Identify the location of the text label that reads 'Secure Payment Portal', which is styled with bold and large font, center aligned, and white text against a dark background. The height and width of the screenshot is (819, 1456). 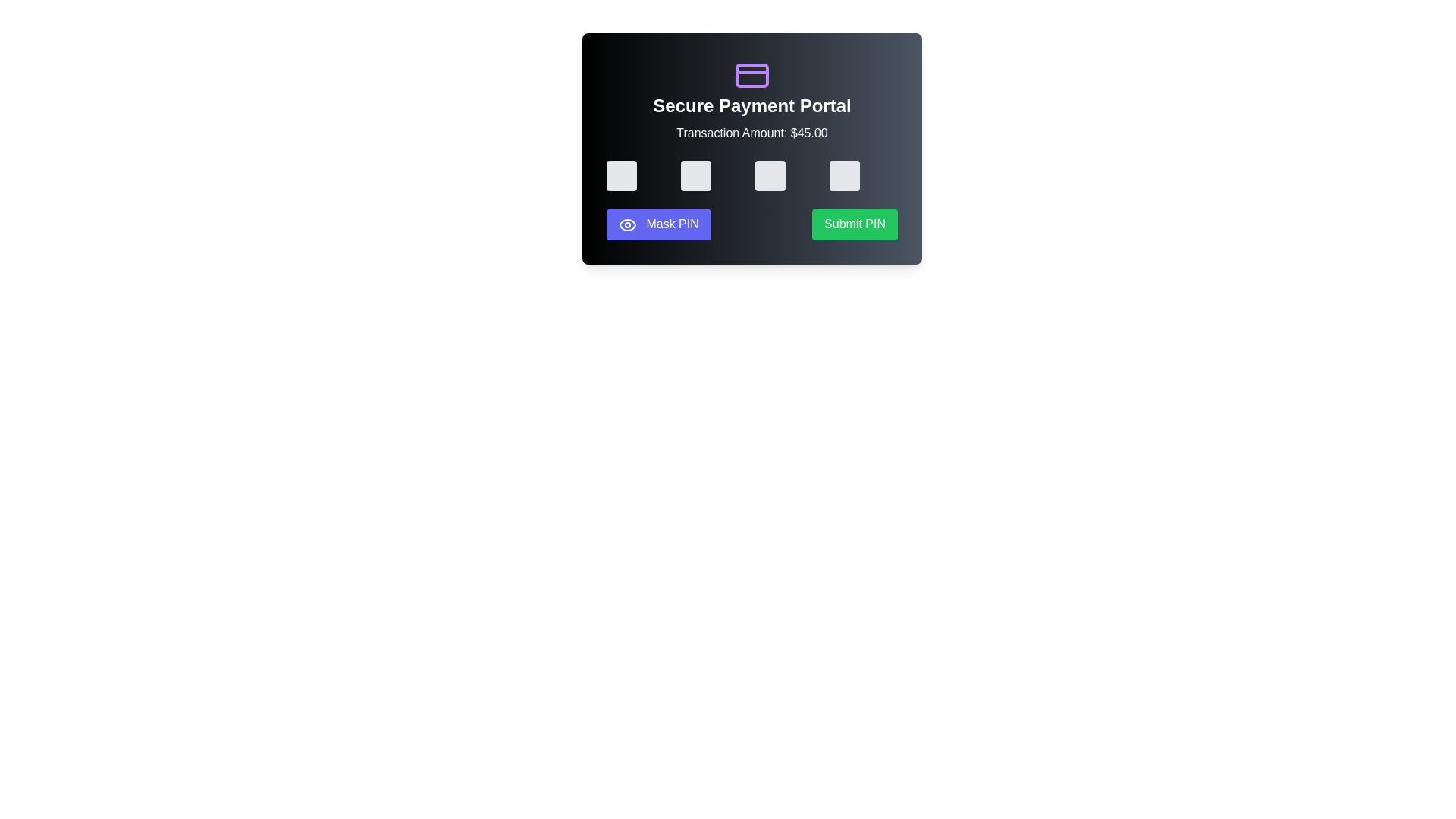
(752, 105).